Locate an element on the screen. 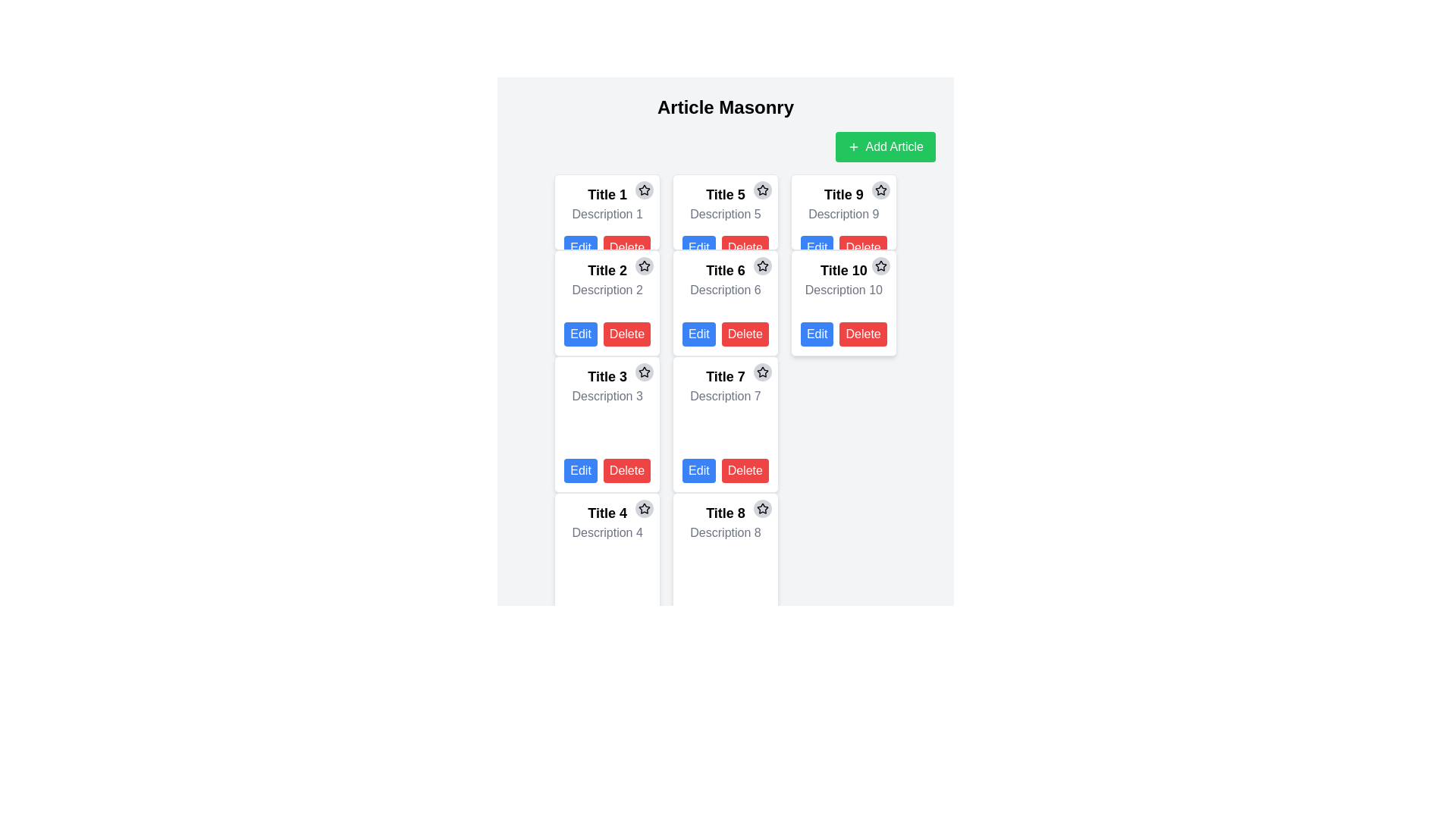  the second card in the first column of the grid layout is located at coordinates (607, 303).